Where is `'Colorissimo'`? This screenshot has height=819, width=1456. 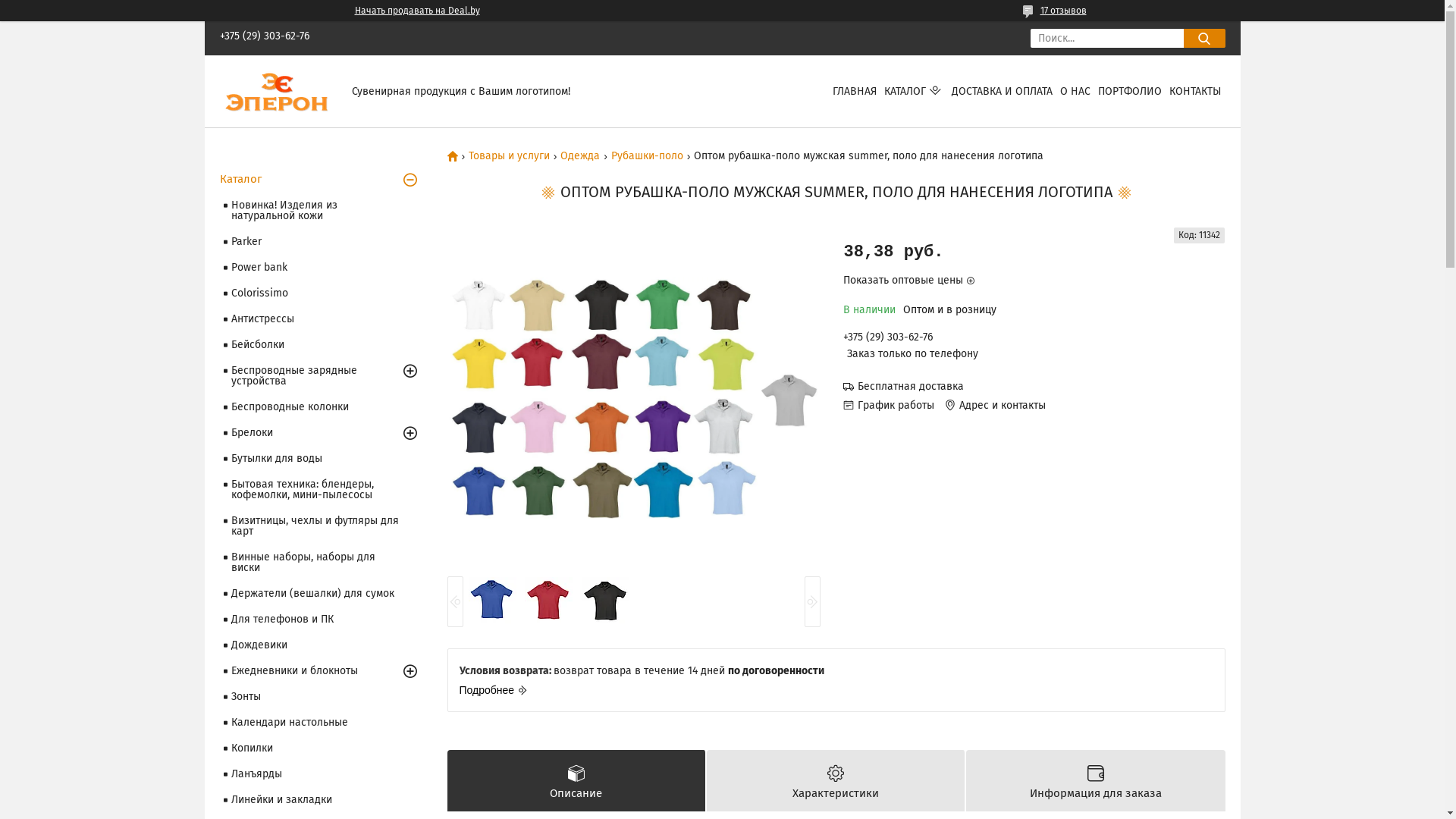 'Colorissimo' is located at coordinates (322, 293).